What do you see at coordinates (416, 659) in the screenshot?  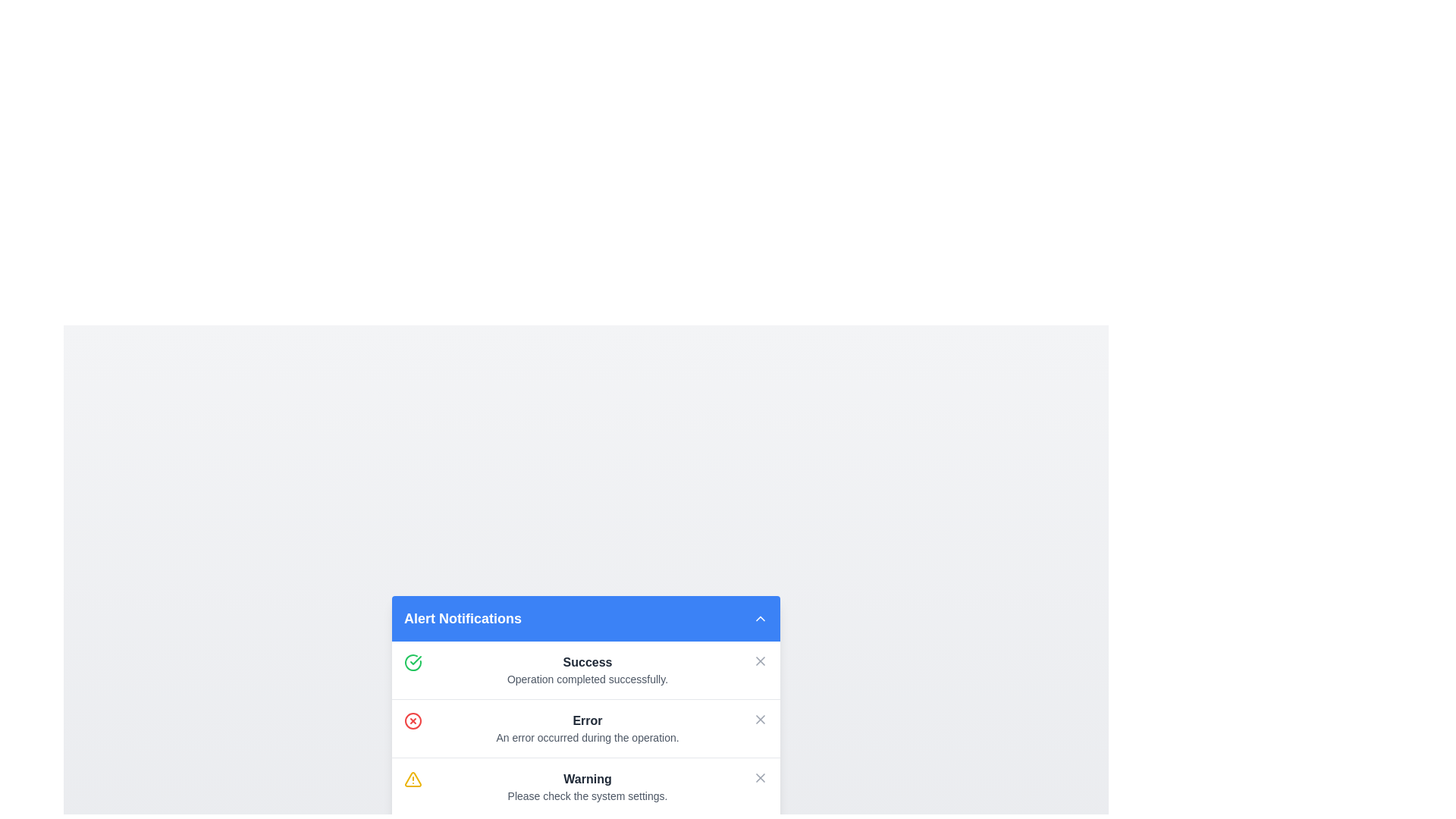 I see `the success icon located in the Alert Notifications panel, which indicates a successful state or action, positioned to the left of the text description` at bounding box center [416, 659].